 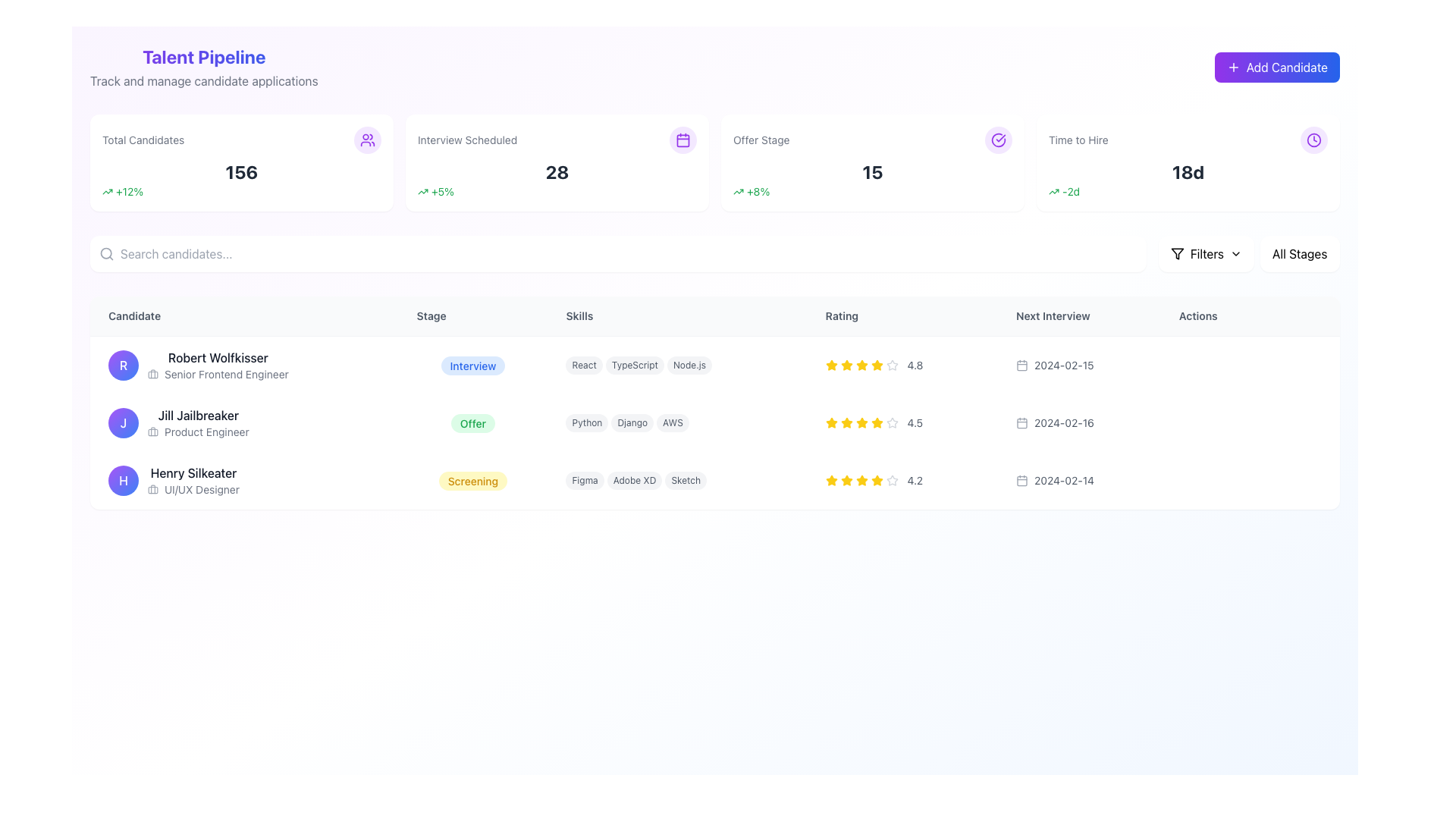 What do you see at coordinates (998, 140) in the screenshot?
I see `the purple circular icon with a checkmark that is located on the right side of the 'Offer Stage' section, next to the numeric indicator` at bounding box center [998, 140].